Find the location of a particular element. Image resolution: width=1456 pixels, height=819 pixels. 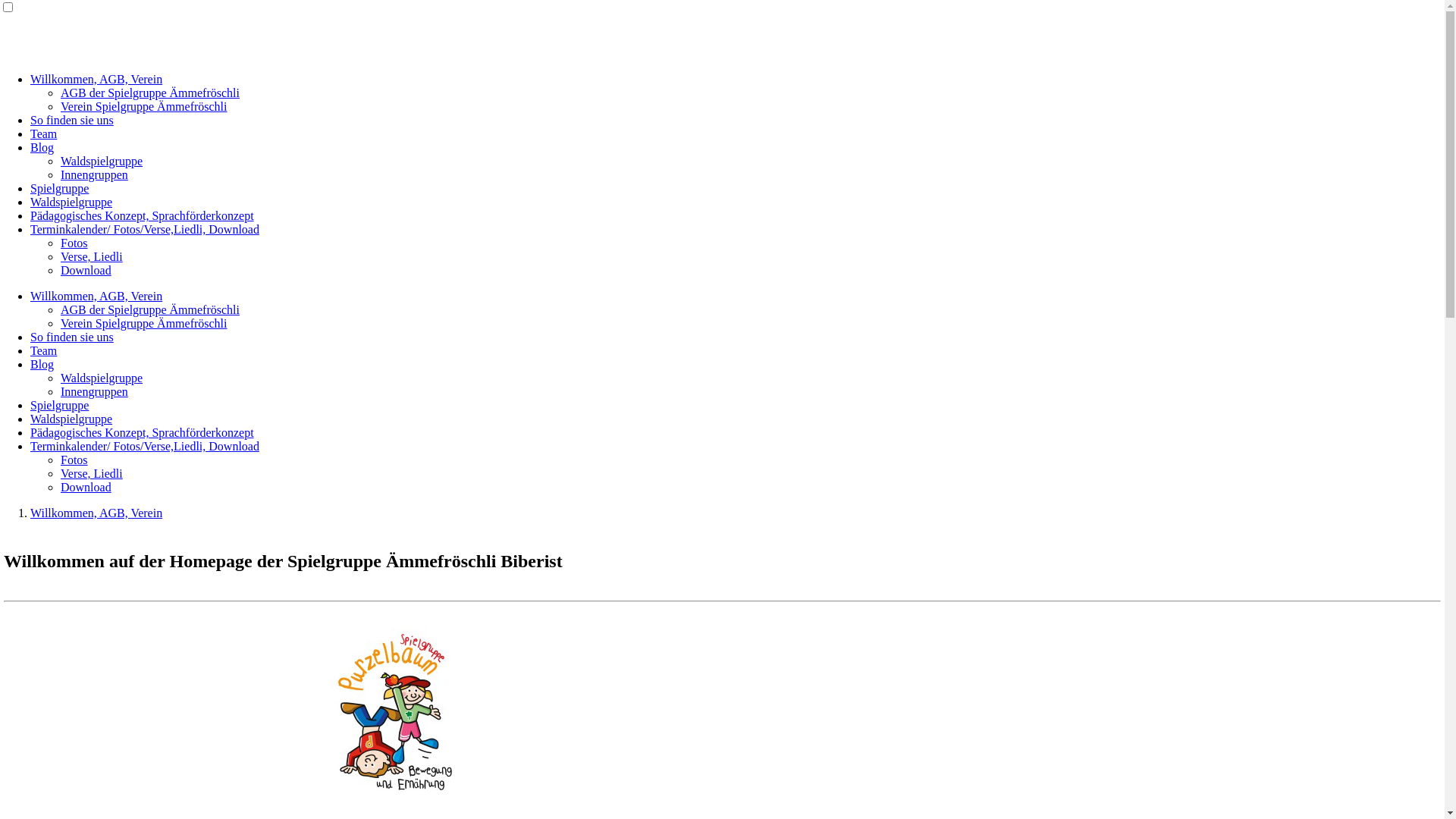

'Fotos' is located at coordinates (73, 242).